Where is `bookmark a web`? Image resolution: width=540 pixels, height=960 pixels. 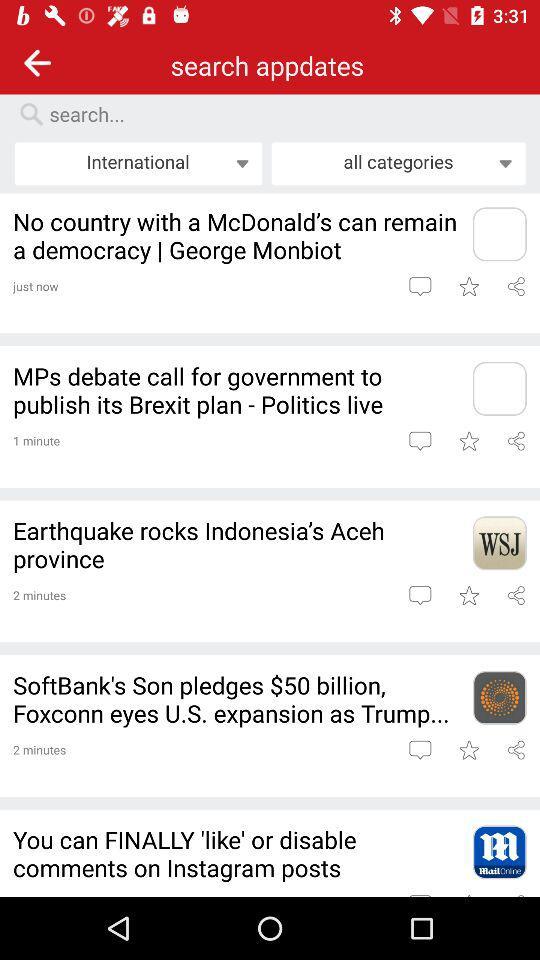
bookmark a web is located at coordinates (468, 595).